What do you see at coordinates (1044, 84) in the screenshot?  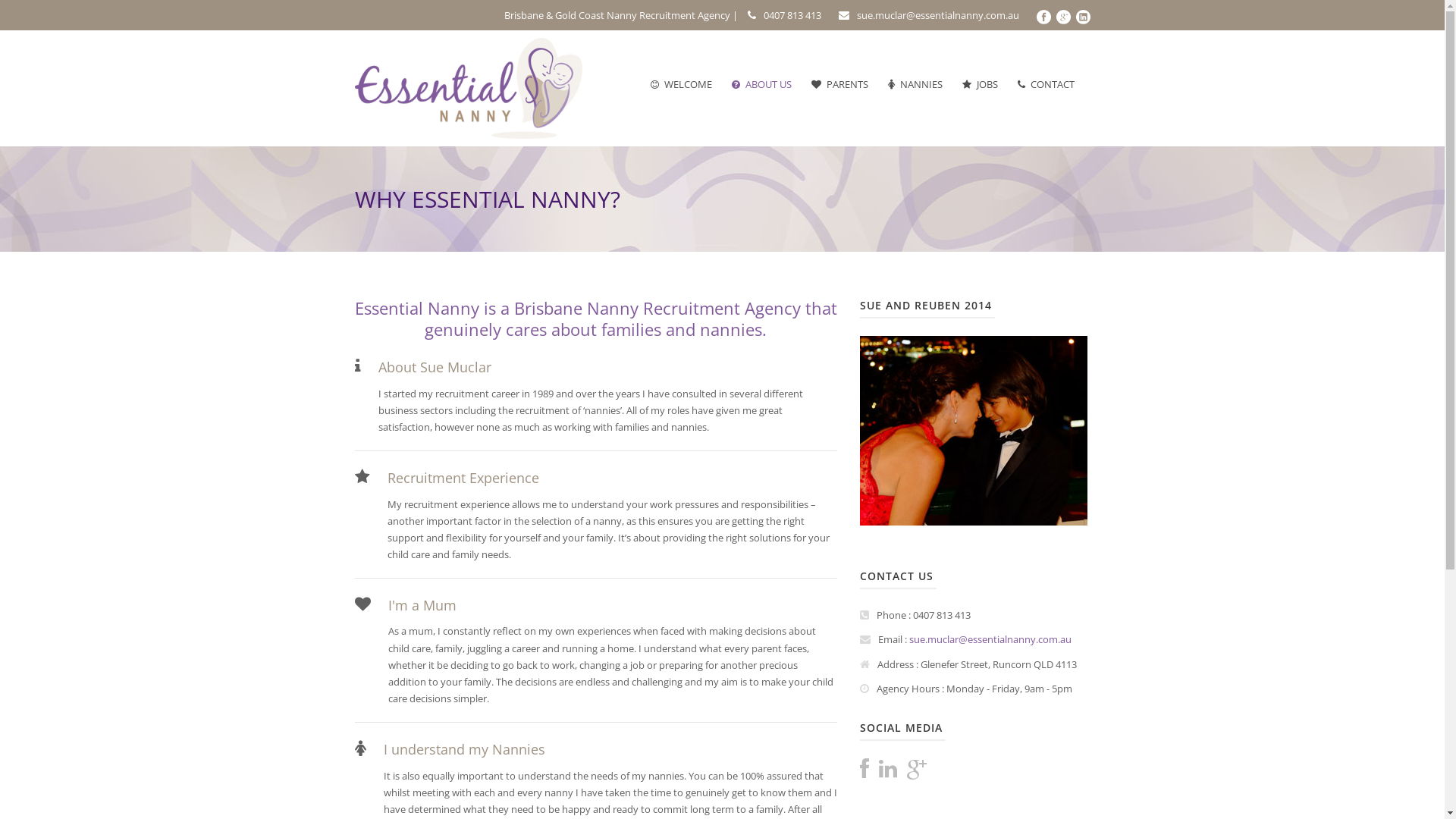 I see `'CONTACT'` at bounding box center [1044, 84].